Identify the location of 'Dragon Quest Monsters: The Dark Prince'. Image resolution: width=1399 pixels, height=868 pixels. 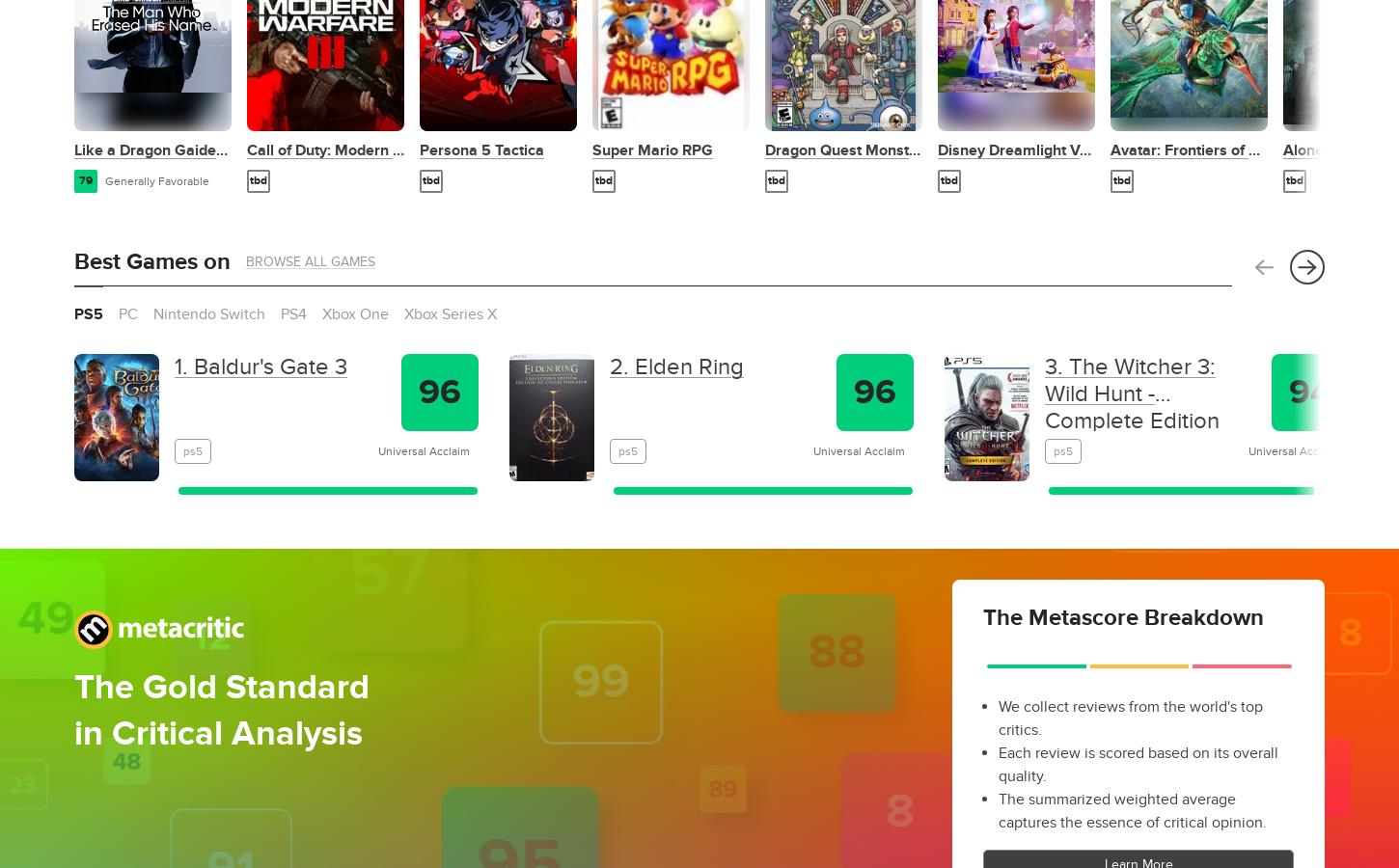
(765, 149).